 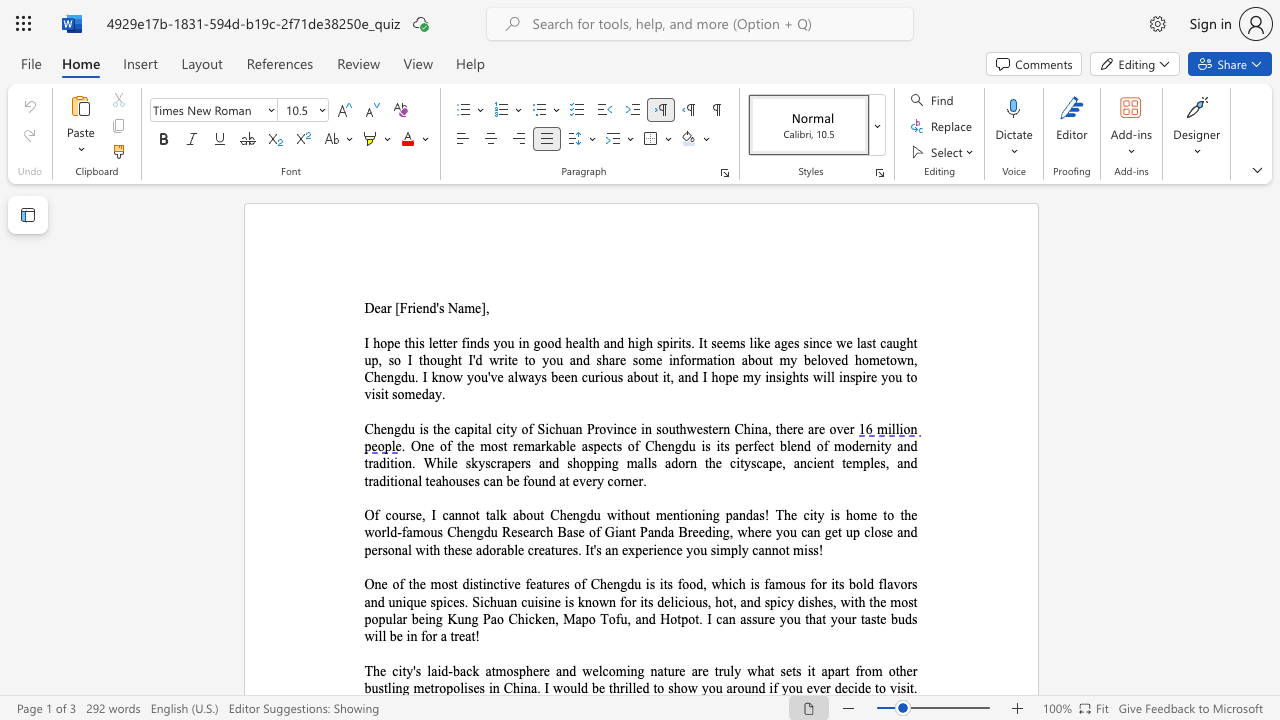 I want to click on the space between the continuous character "s" and "p" in the text, so click(x=855, y=377).